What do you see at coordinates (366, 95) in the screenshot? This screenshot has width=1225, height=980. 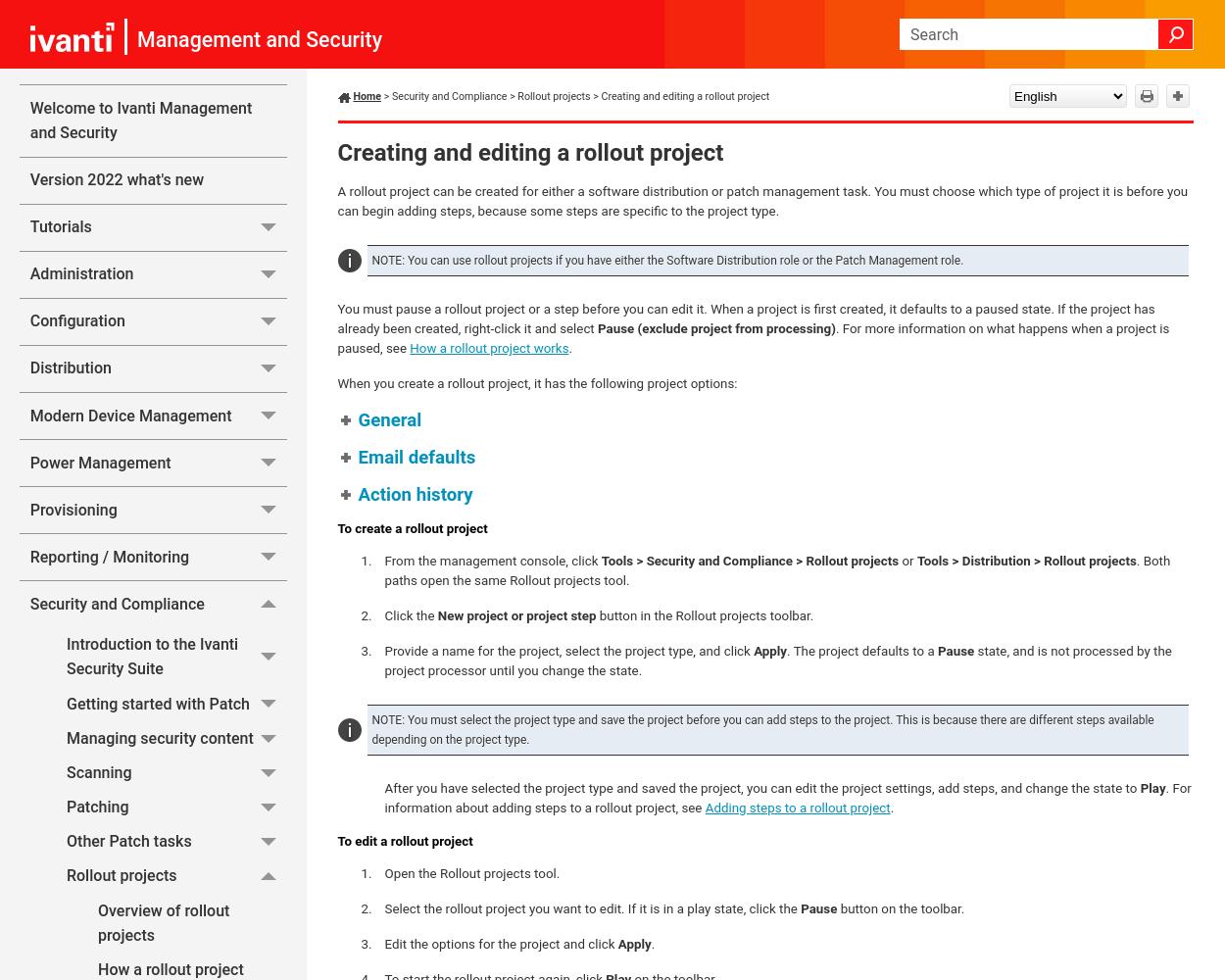 I see `'Home'` at bounding box center [366, 95].